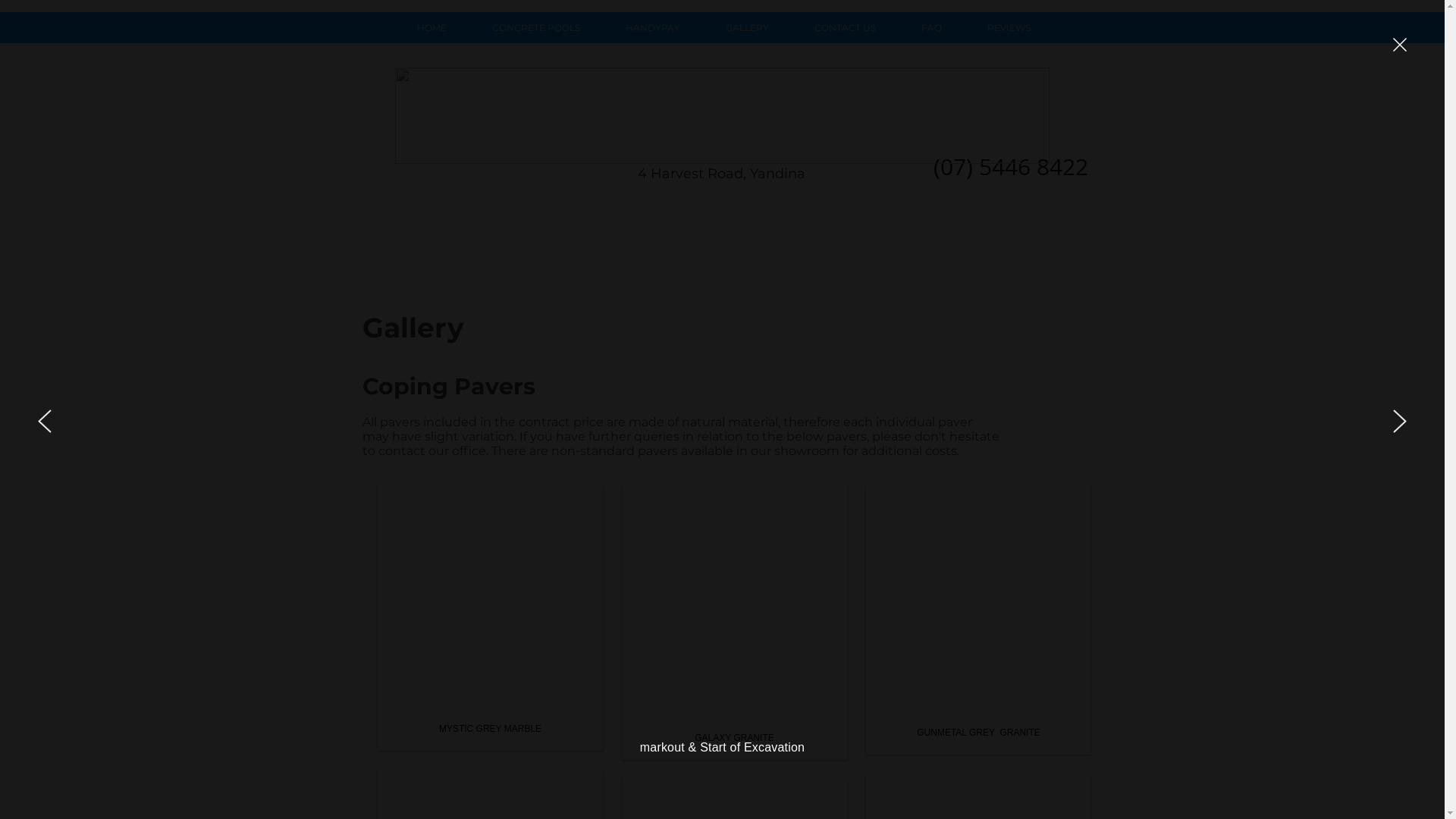 The width and height of the screenshot is (1456, 819). What do you see at coordinates (601, 27) in the screenshot?
I see `'HANDYPAY'` at bounding box center [601, 27].